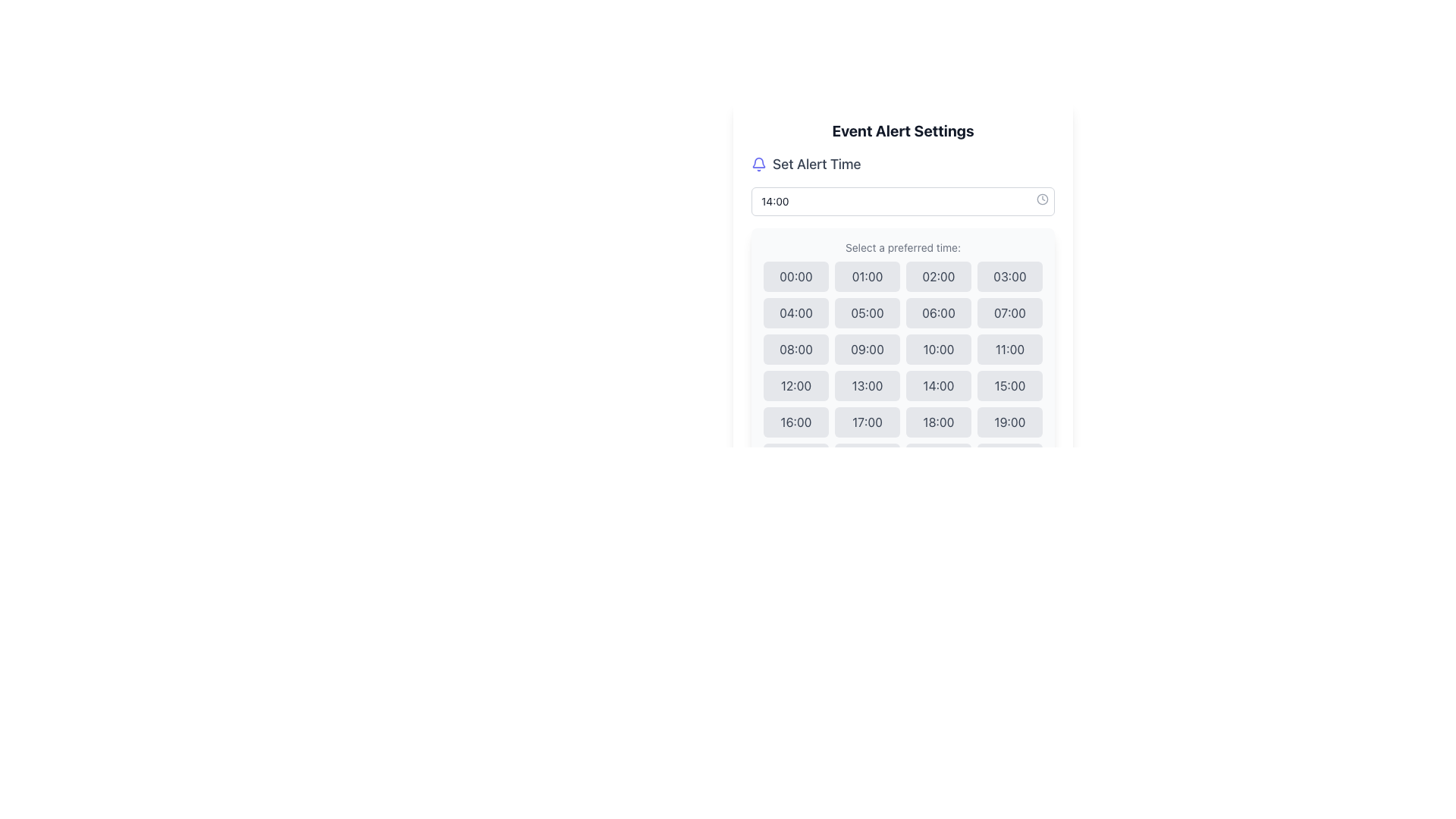 This screenshot has width=1456, height=819. I want to click on the button labeled '06:00' in the time selection grid to set the alert time, so click(938, 312).